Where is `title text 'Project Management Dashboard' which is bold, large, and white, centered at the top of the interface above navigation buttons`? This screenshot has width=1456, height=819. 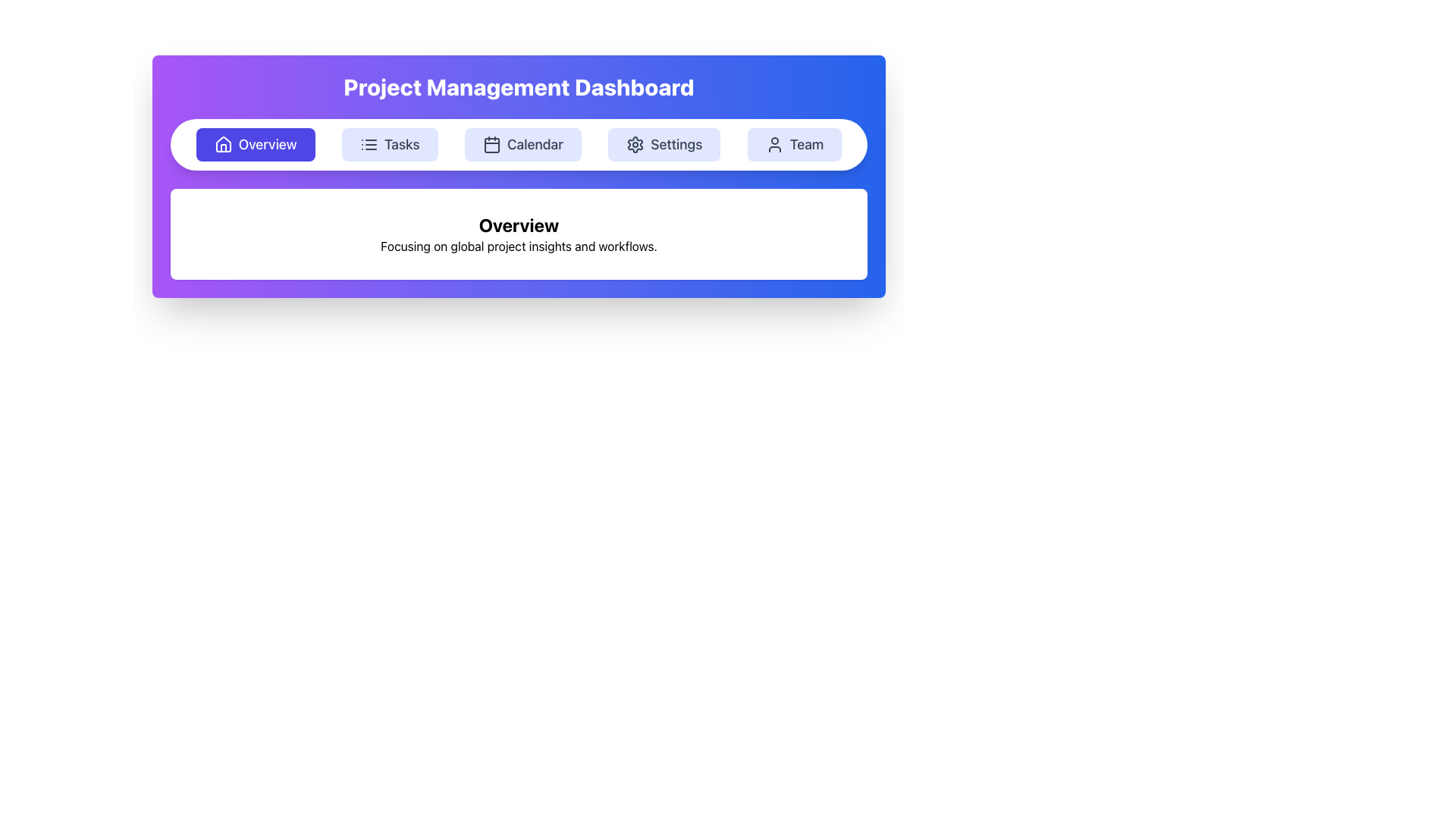
title text 'Project Management Dashboard' which is bold, large, and white, centered at the top of the interface above navigation buttons is located at coordinates (519, 87).